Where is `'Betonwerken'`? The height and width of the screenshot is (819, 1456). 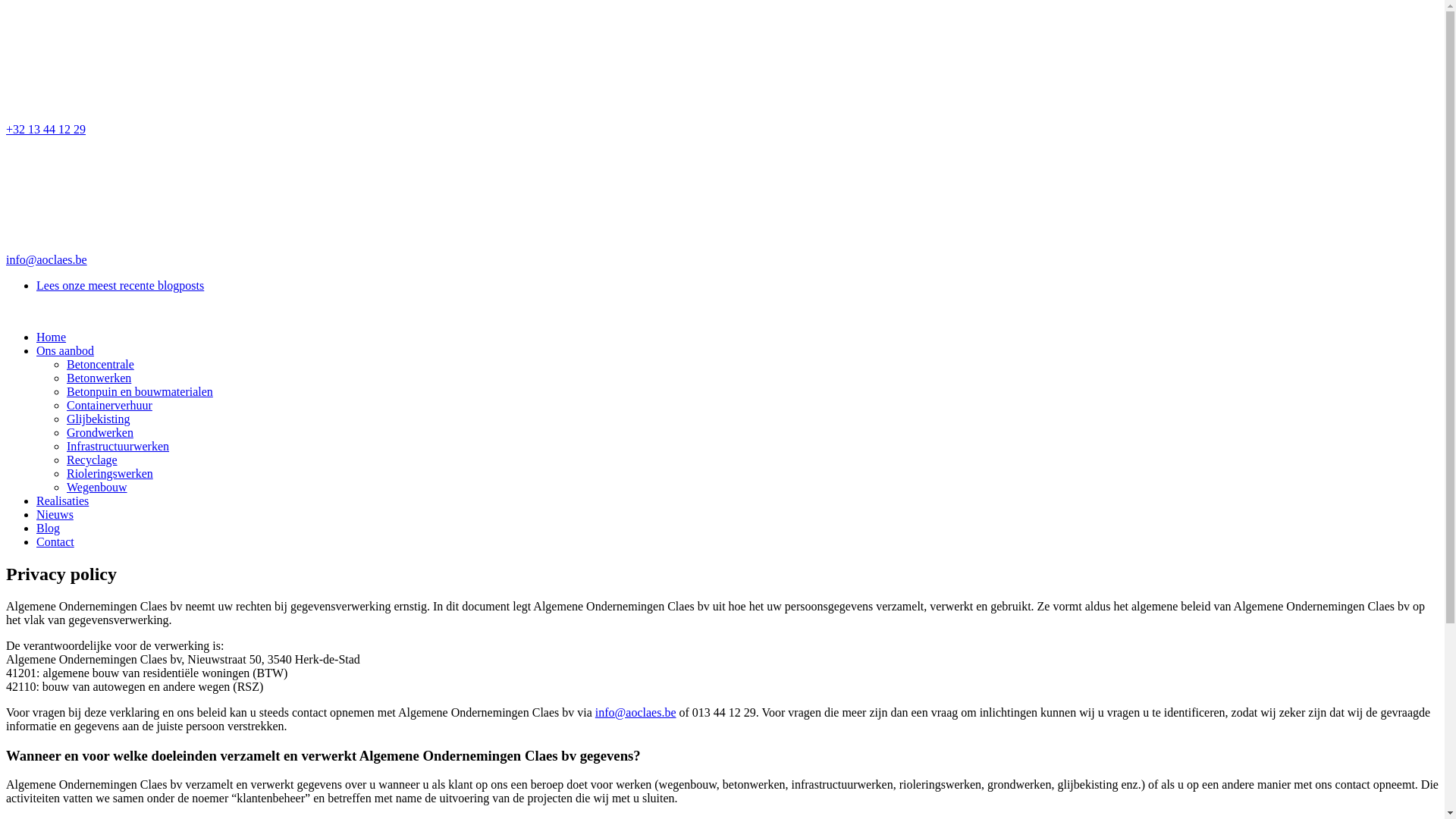 'Betonwerken' is located at coordinates (98, 377).